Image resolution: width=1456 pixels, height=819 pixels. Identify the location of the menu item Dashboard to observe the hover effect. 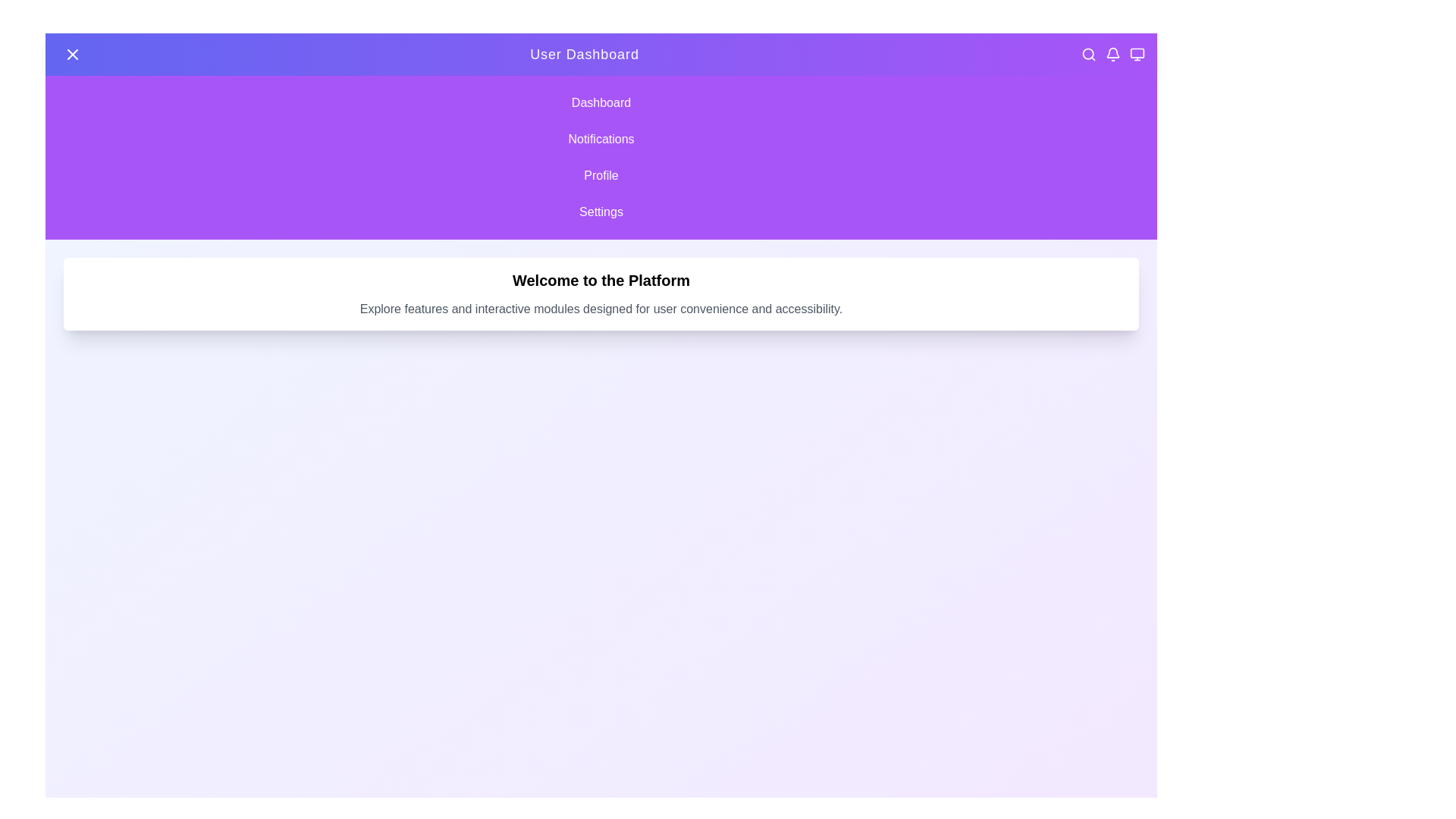
(600, 102).